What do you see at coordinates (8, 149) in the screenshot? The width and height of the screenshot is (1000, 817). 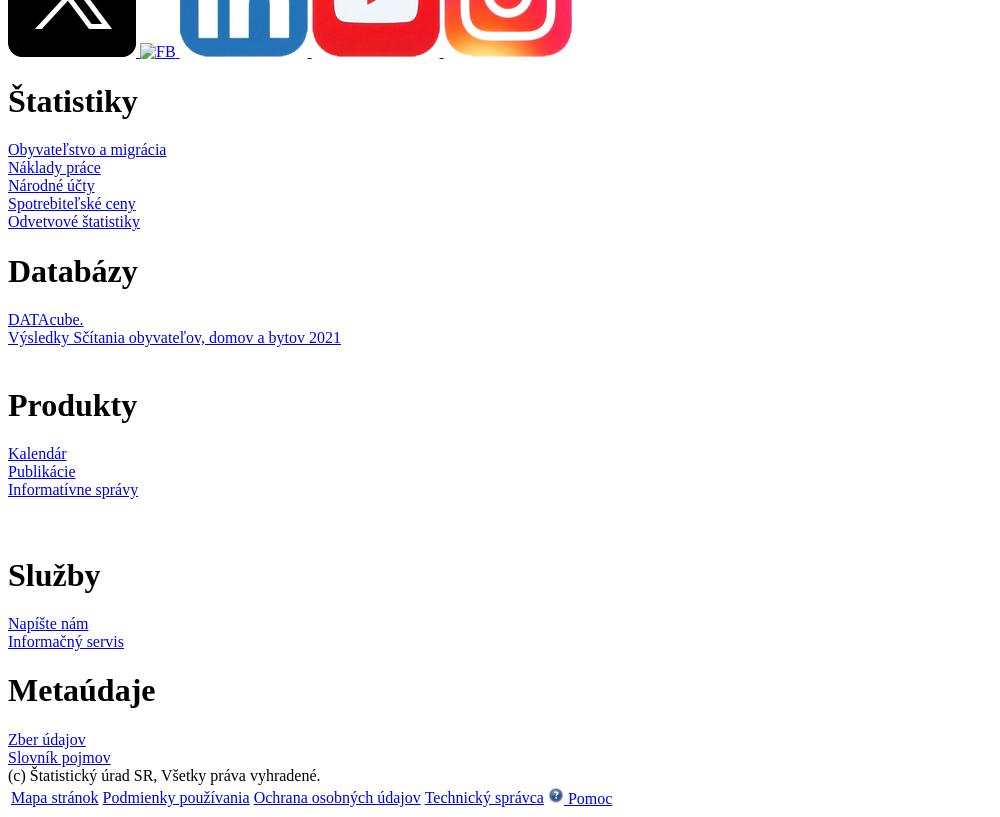 I see `'Obyvateľstvo a migrácia'` at bounding box center [8, 149].